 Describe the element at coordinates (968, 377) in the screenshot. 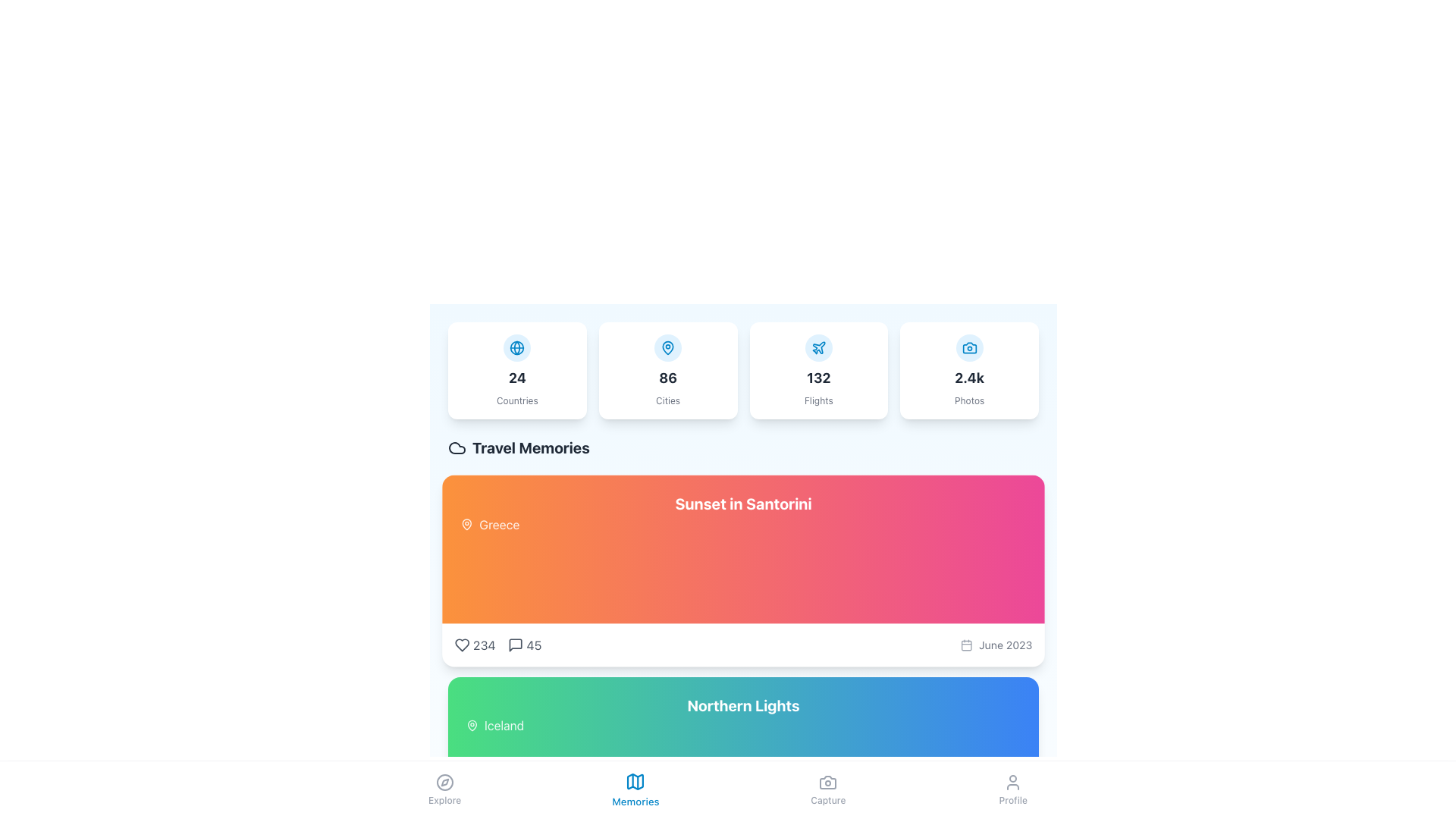

I see `number displayed in the bold text label '2.4k' located near the bottom center of the card component that represents a statistic for 'Photos'` at that location.